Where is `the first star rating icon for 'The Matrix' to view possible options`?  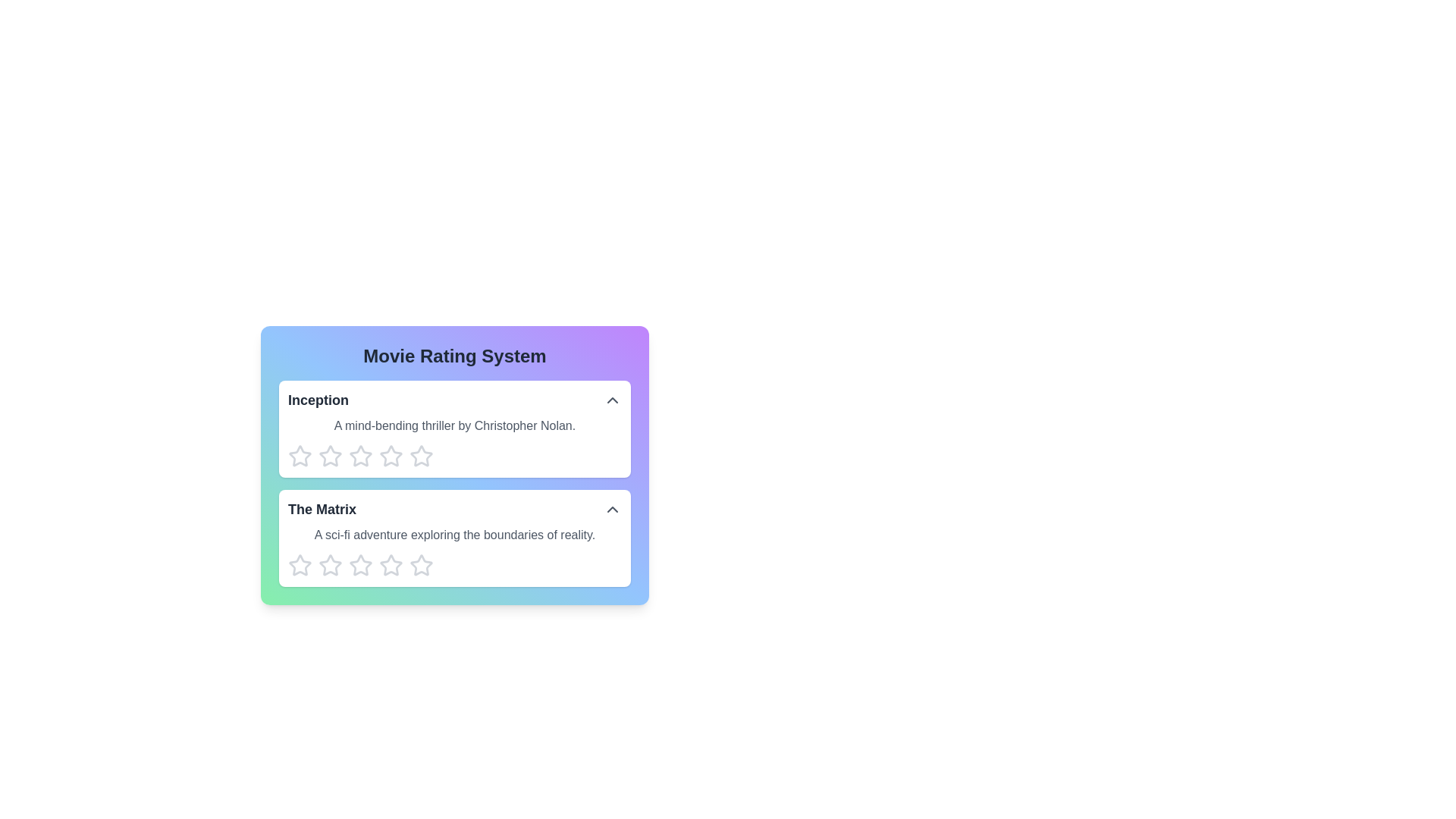
the first star rating icon for 'The Matrix' to view possible options is located at coordinates (299, 564).